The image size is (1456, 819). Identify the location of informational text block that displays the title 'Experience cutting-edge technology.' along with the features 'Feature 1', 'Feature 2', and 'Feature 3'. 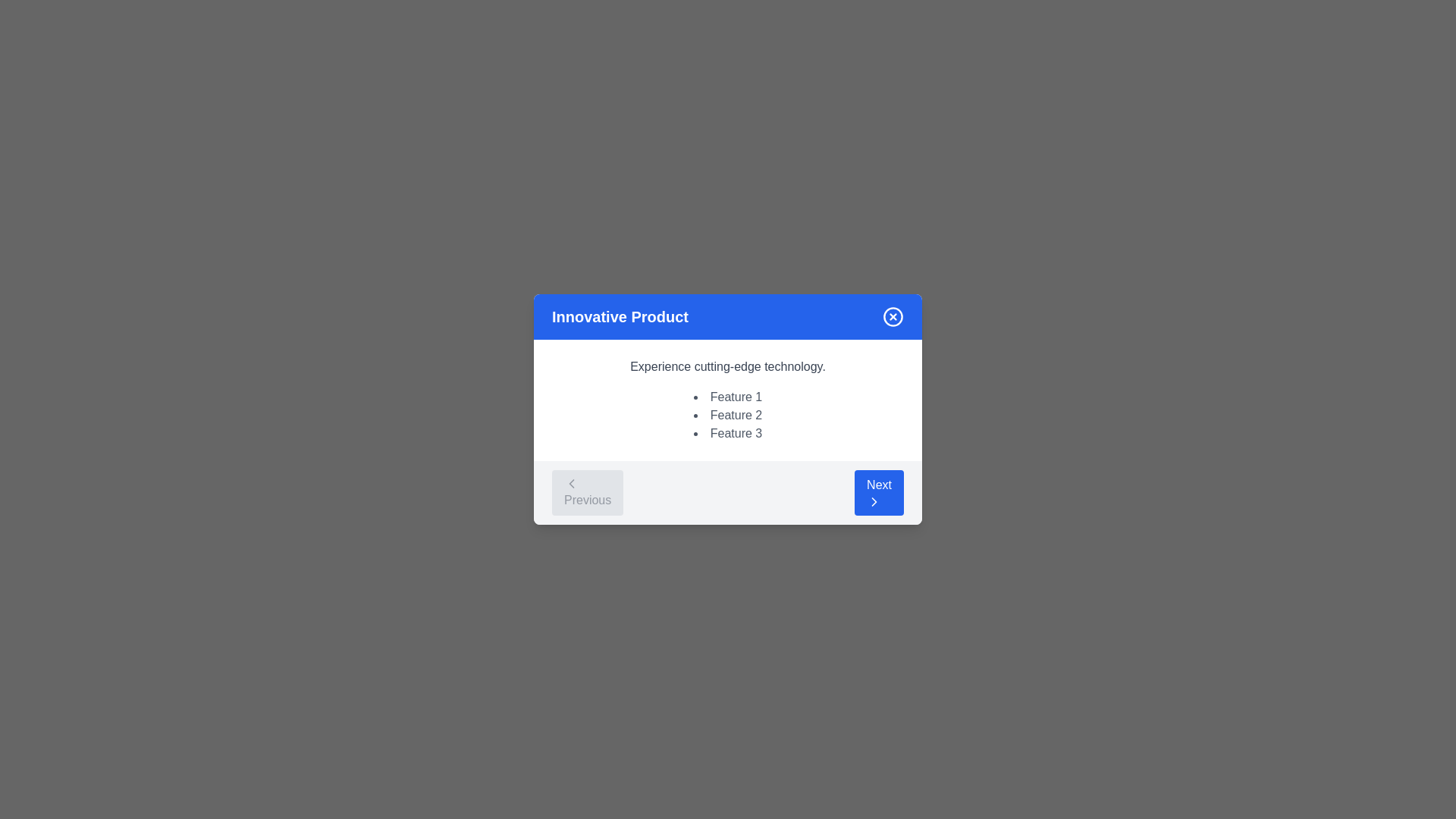
(728, 400).